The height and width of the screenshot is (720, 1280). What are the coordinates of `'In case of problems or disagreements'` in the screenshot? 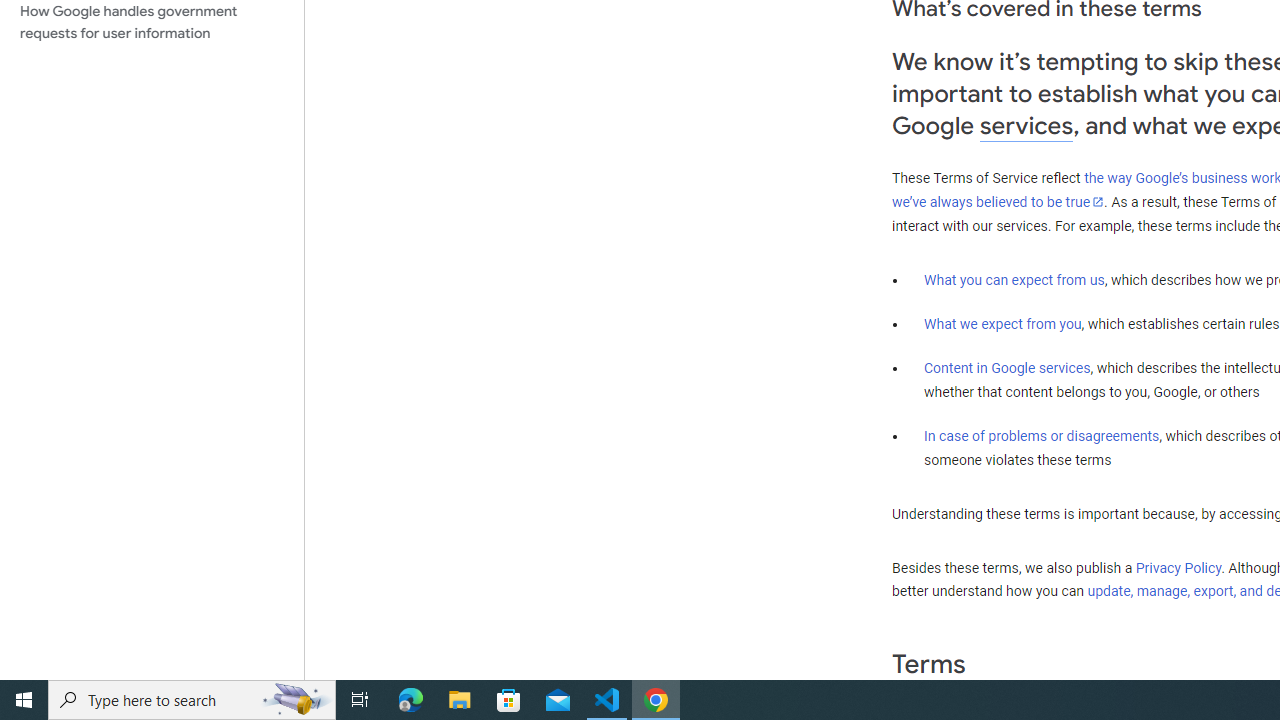 It's located at (1040, 434).